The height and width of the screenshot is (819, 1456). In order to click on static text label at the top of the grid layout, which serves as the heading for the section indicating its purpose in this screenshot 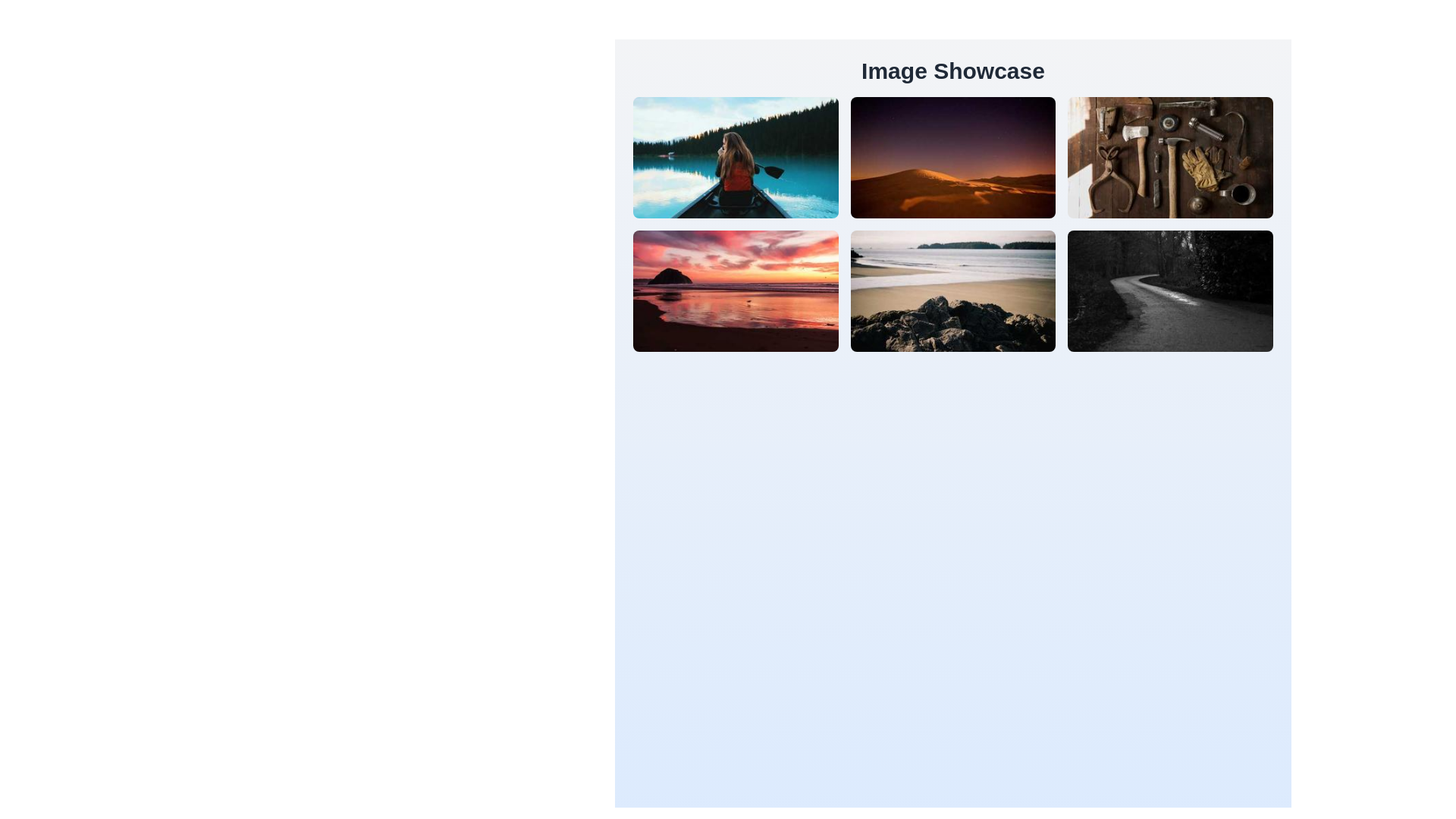, I will do `click(952, 71)`.